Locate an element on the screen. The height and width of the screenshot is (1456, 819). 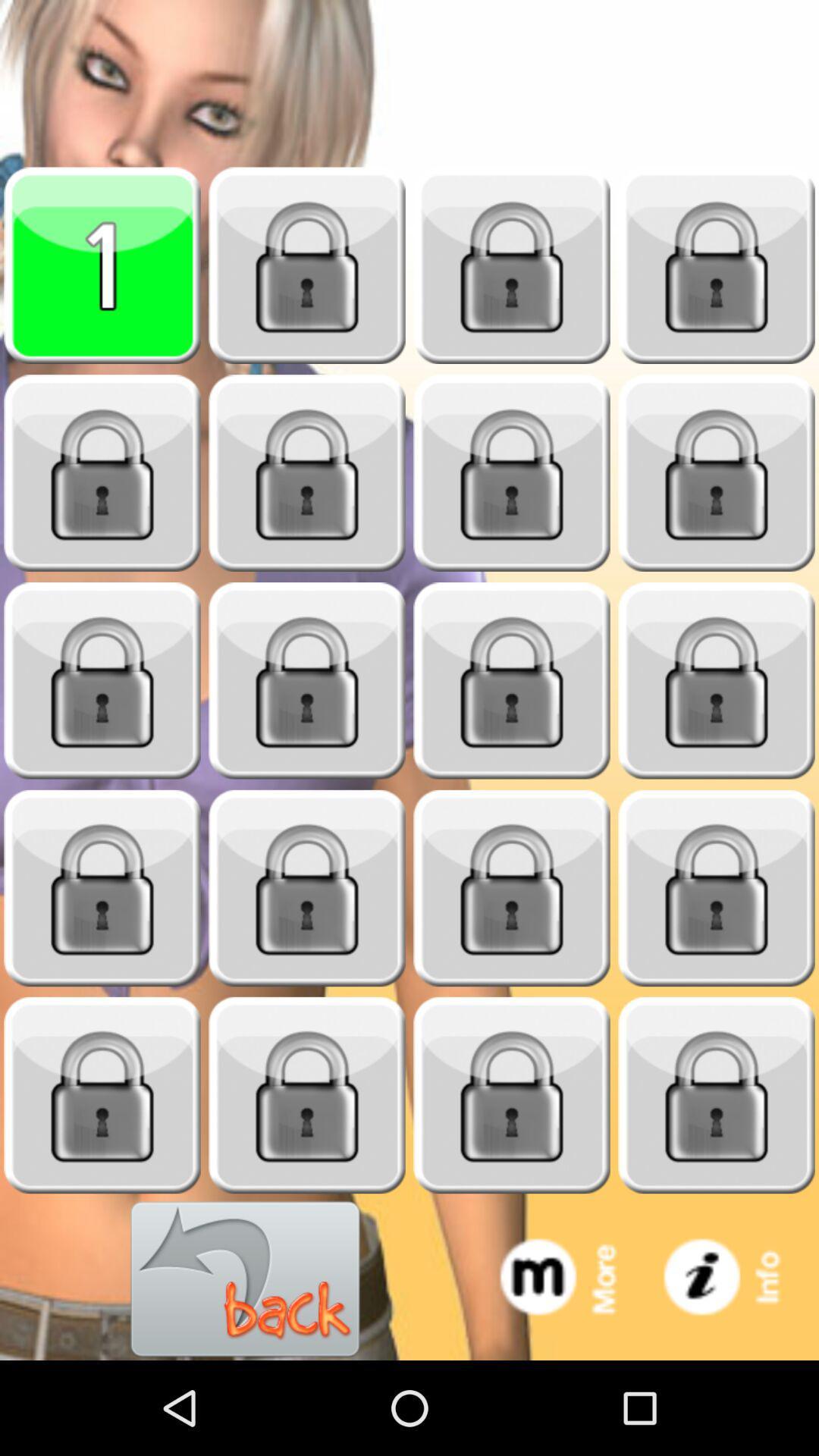
show unlock requirements is located at coordinates (512, 472).